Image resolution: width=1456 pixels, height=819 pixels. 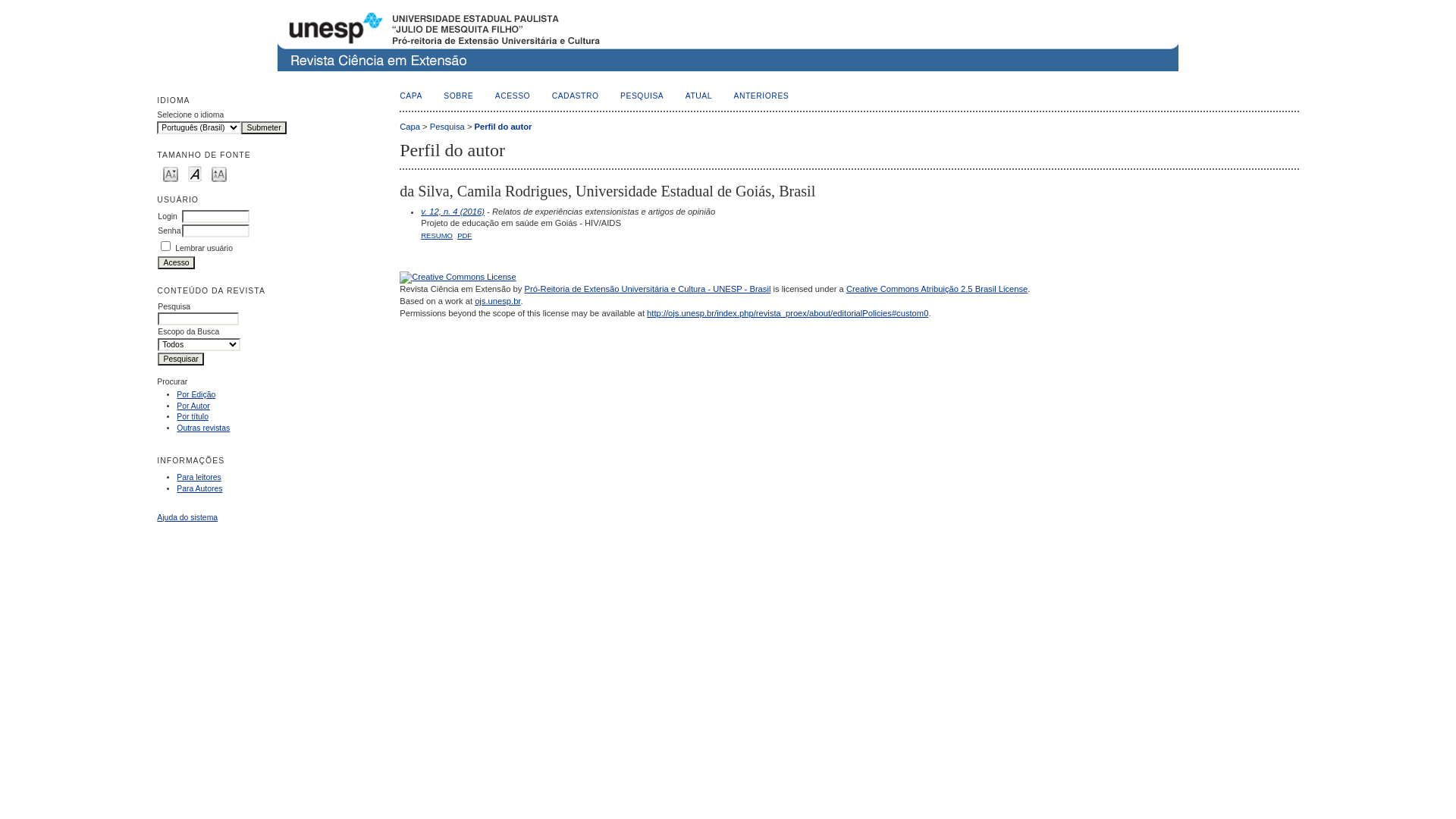 What do you see at coordinates (551, 96) in the screenshot?
I see `'CADASTRO'` at bounding box center [551, 96].